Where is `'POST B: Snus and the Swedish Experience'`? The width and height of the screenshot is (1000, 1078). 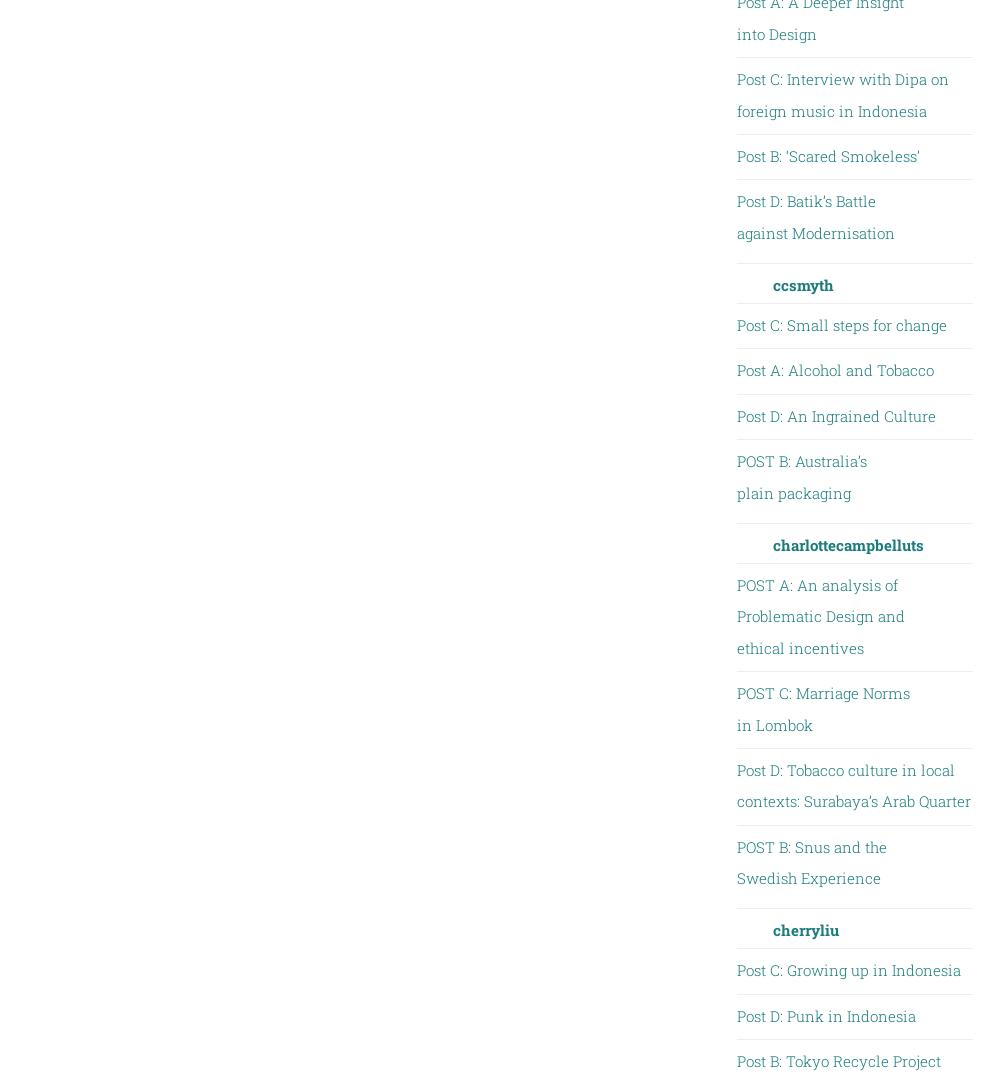
'POST B: Snus and the Swedish Experience' is located at coordinates (811, 860).